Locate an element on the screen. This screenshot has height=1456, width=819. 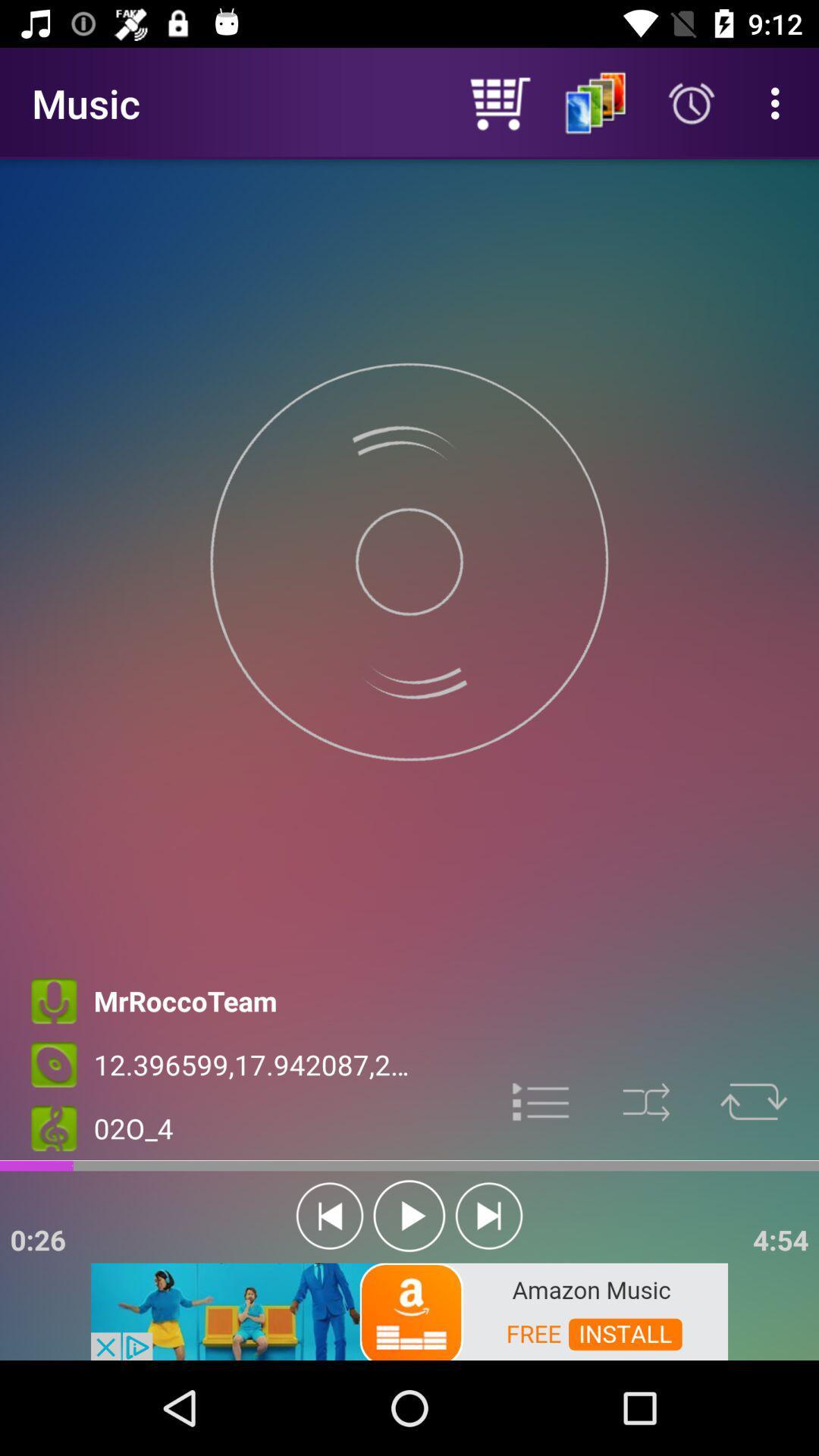
download different app is located at coordinates (409, 1310).